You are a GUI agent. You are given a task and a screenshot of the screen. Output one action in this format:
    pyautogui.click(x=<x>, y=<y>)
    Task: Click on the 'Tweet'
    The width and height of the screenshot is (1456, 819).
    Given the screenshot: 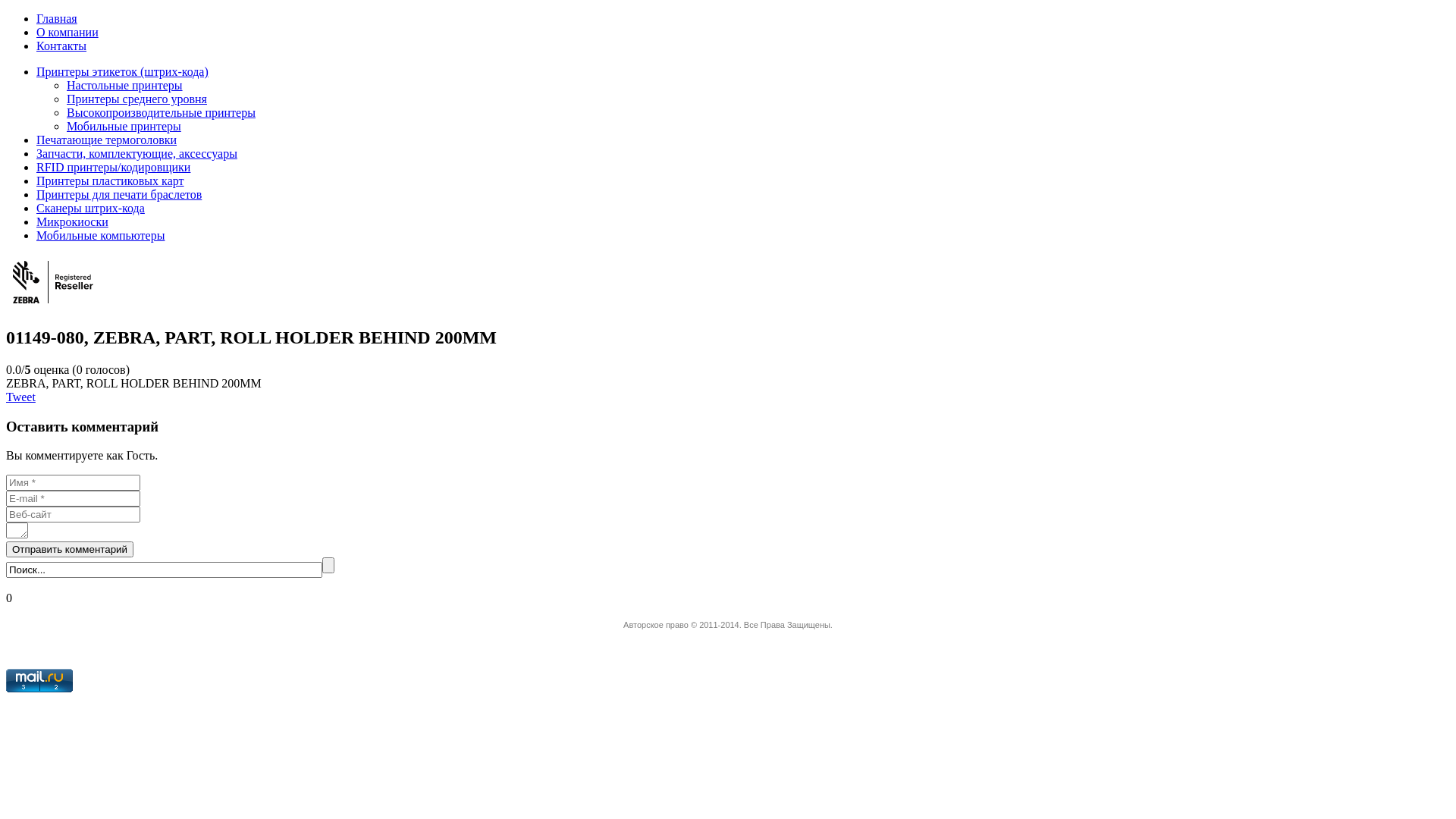 What is the action you would take?
    pyautogui.click(x=20, y=396)
    